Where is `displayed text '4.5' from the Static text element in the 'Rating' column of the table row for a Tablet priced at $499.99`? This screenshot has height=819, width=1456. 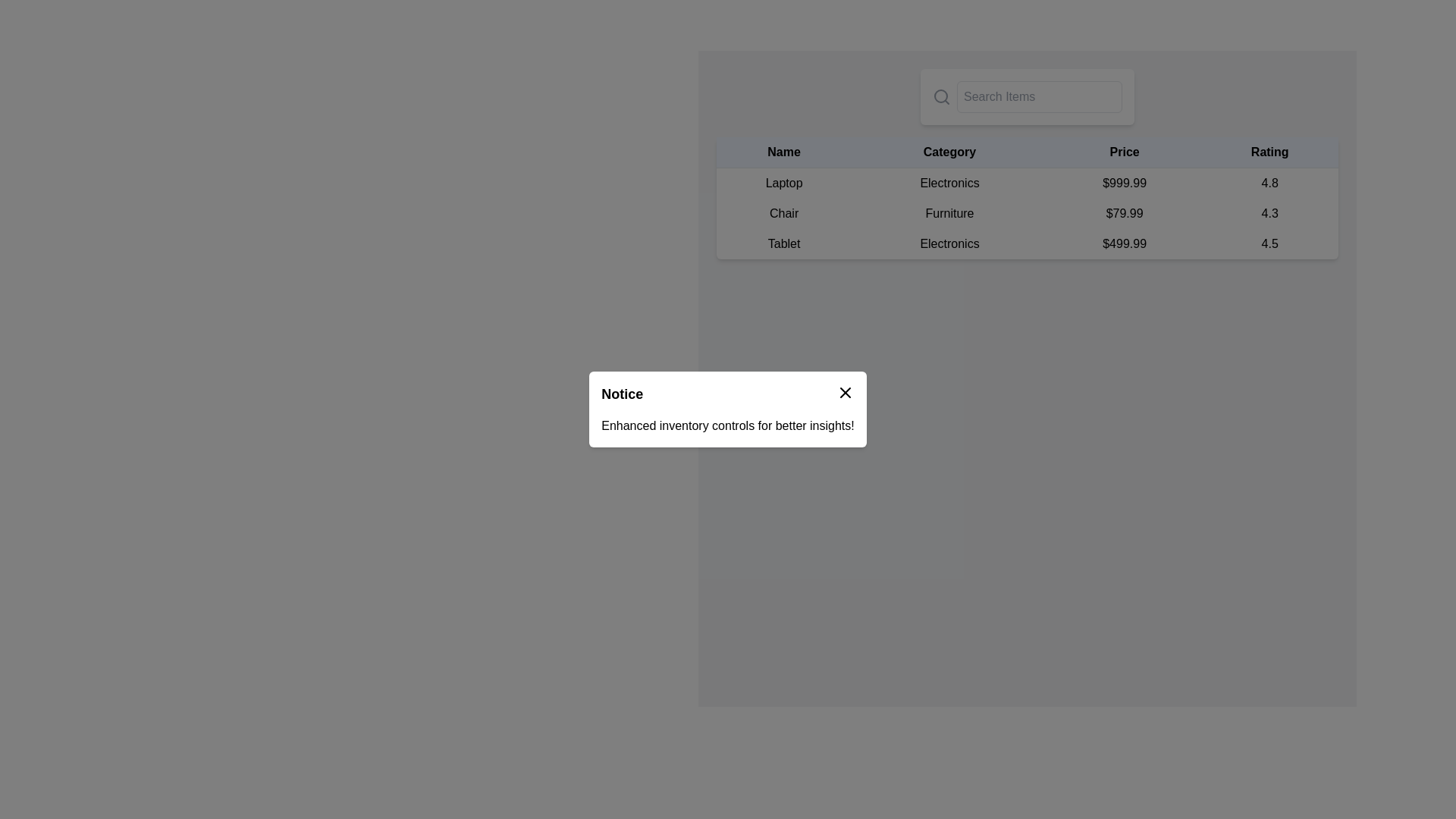 displayed text '4.5' from the Static text element in the 'Rating' column of the table row for a Tablet priced at $499.99 is located at coordinates (1269, 243).